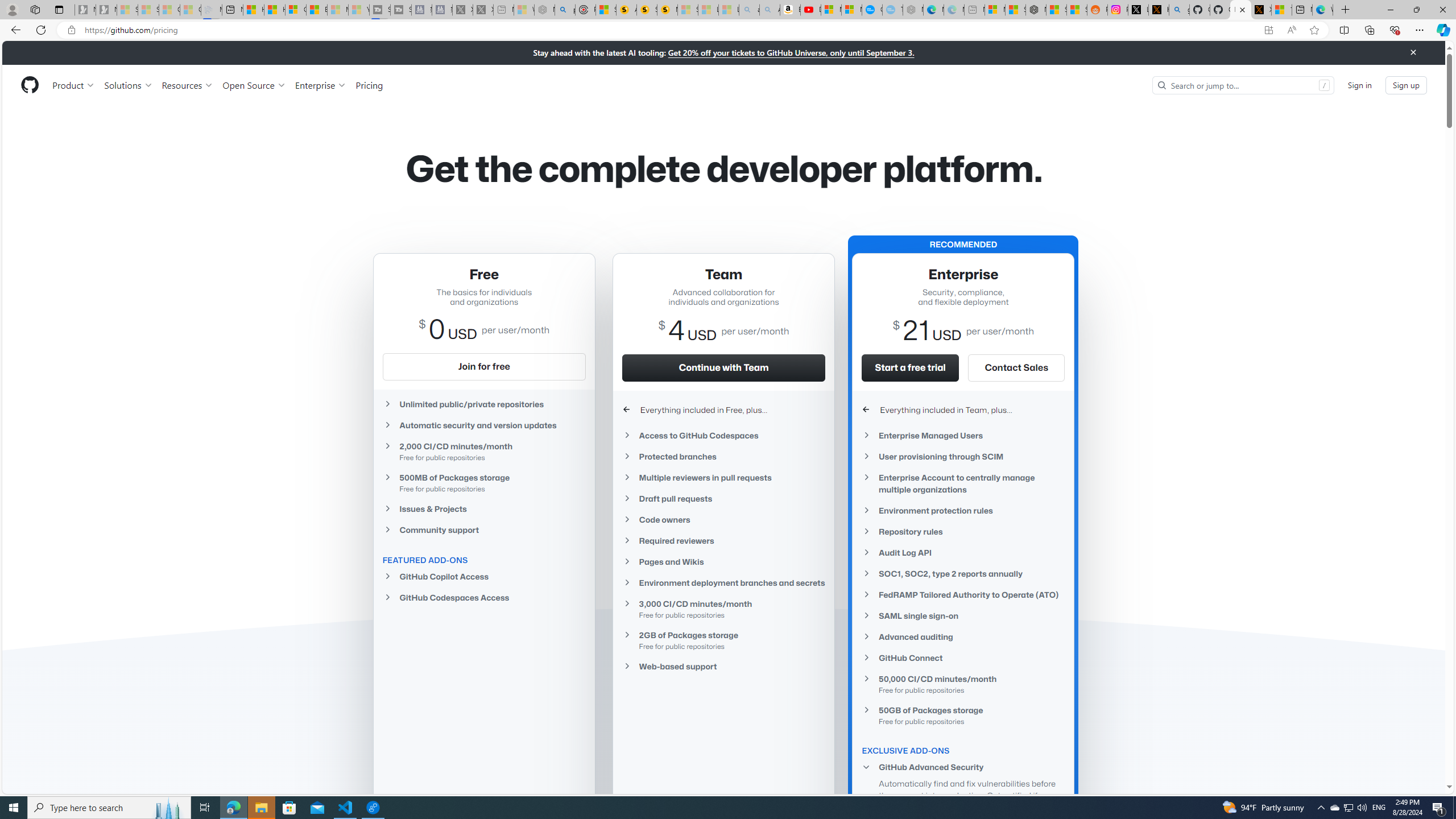 The width and height of the screenshot is (1456, 819). Describe the element at coordinates (369, 85) in the screenshot. I see `'Pricing'` at that location.